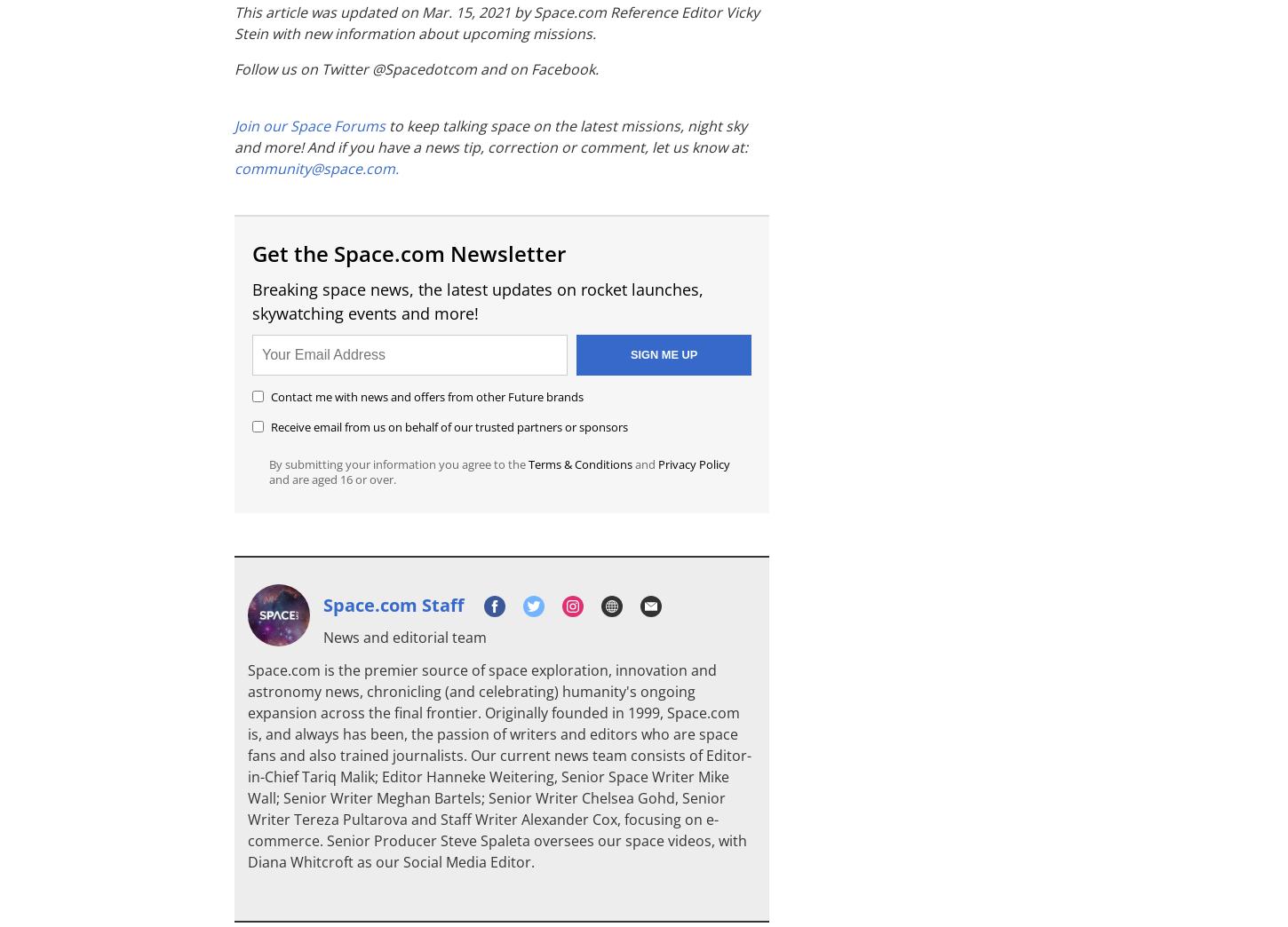 The image size is (1288, 927). What do you see at coordinates (499, 765) in the screenshot?
I see `'Space.com is the premier source of space exploration, innovation and astronomy news, chronicling (and celebrating) humanity's ongoing expansion across the final frontier. Originally founded in 1999, Space.com is, and always has been, the passion of writers and editors who are space fans and also trained journalists. Our current news team consists of Editor-in-Chief Tariq Malik; Editor Hanneke Weitering, Senior Space Writer Mike Wall; Senior Writer Meghan Bartels; Senior Writer Chelsea Gohd, Senior Writer Tereza Pultarova and Staff Writer Alexander Cox, focusing on e-commerce. Senior Producer Steve Spaleta oversees our space videos, with Diana Whitcroft as our Social Media Editor.'` at bounding box center [499, 765].